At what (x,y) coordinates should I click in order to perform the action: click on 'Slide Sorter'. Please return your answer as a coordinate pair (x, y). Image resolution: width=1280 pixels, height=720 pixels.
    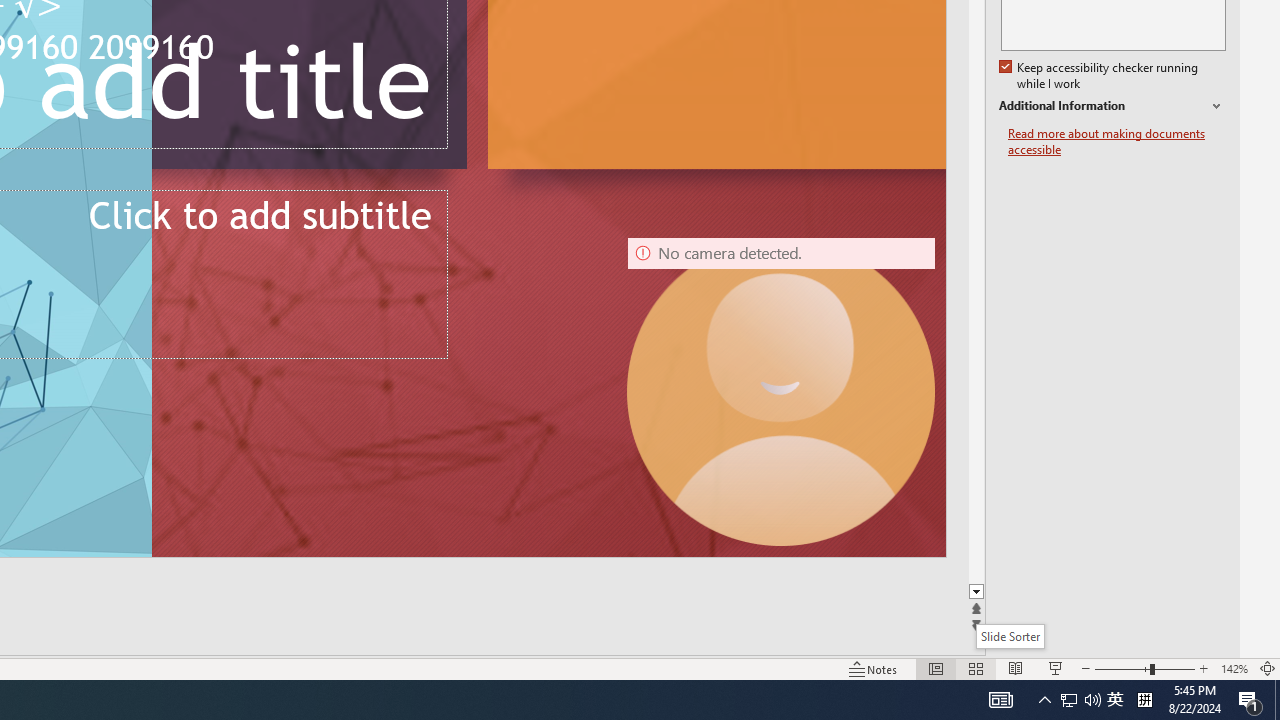
    Looking at the image, I should click on (1009, 636).